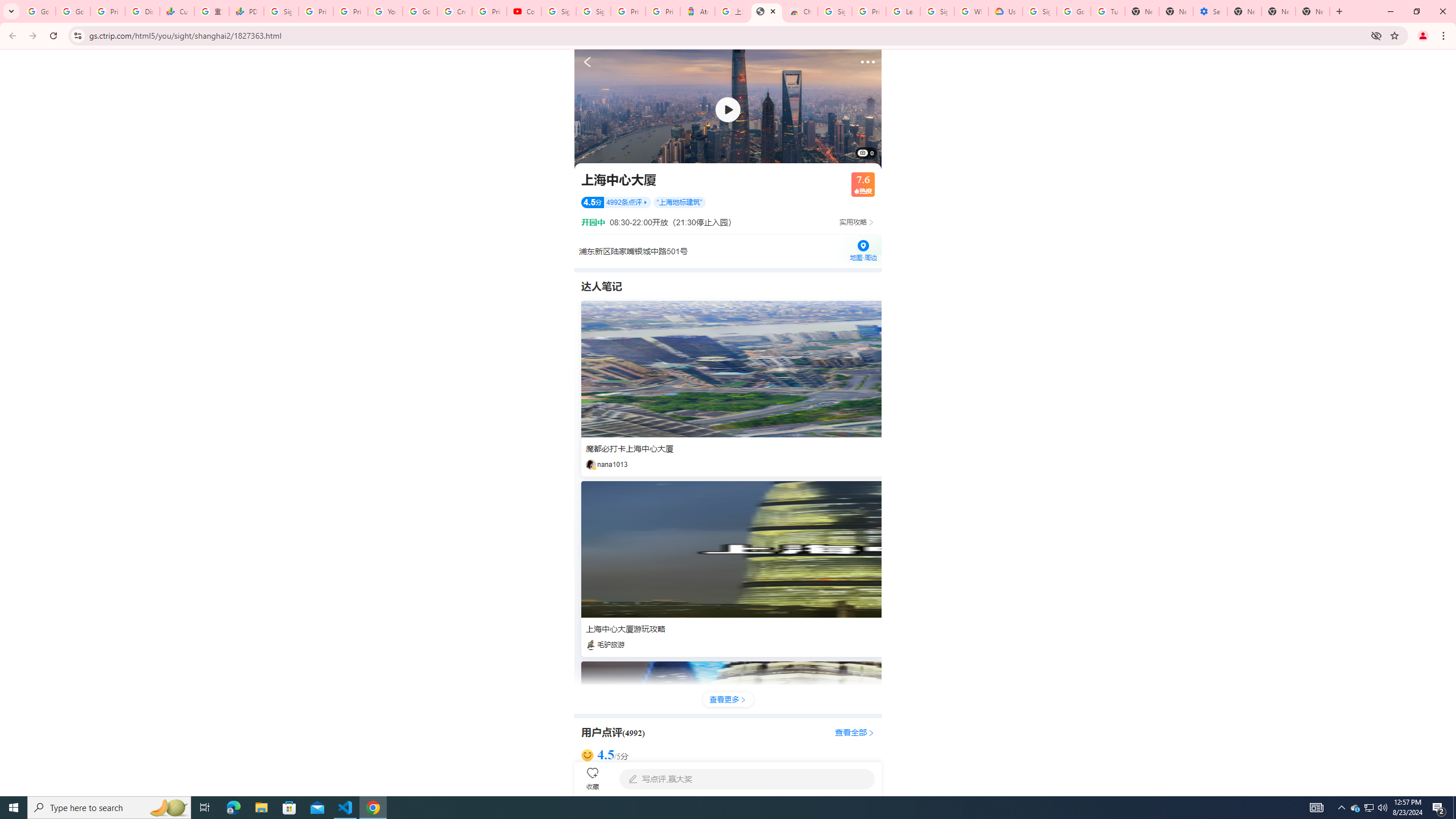  I want to click on 'Google Account Help', so click(1073, 11).